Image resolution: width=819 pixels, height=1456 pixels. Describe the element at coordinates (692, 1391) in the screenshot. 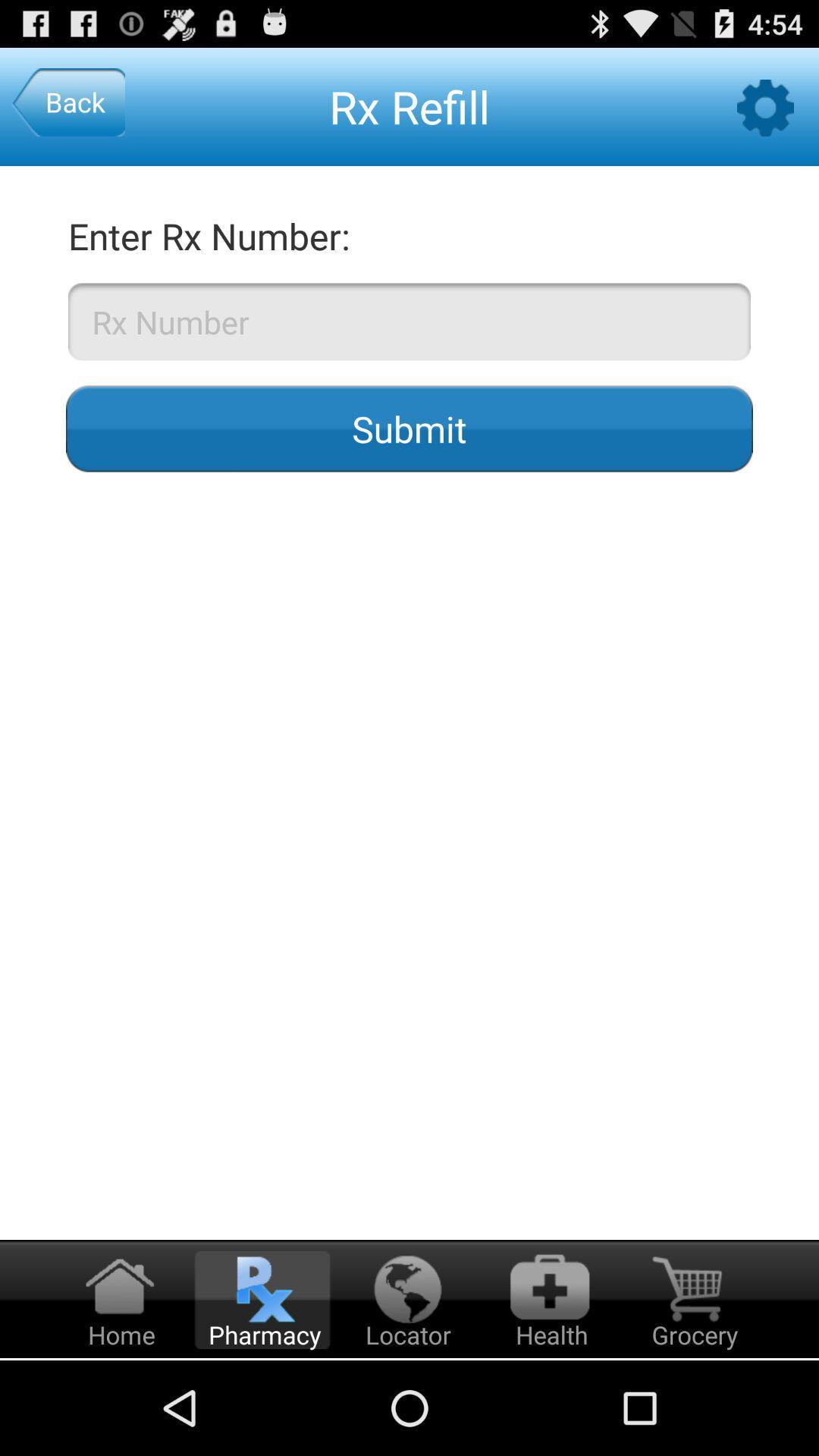

I see `the cart icon` at that location.